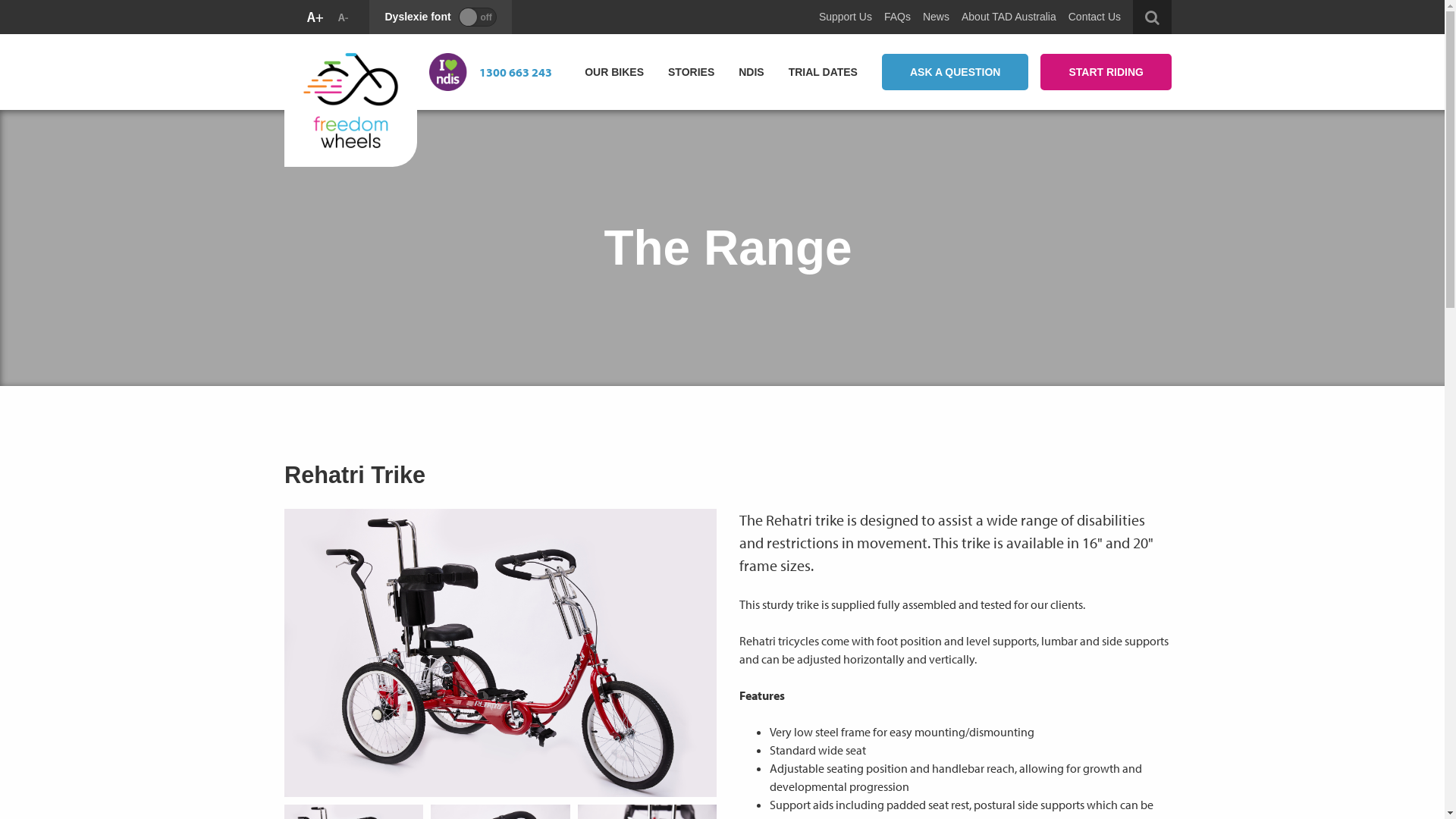 The width and height of the screenshot is (1456, 819). What do you see at coordinates (776, 71) in the screenshot?
I see `'TRIAL DATES'` at bounding box center [776, 71].